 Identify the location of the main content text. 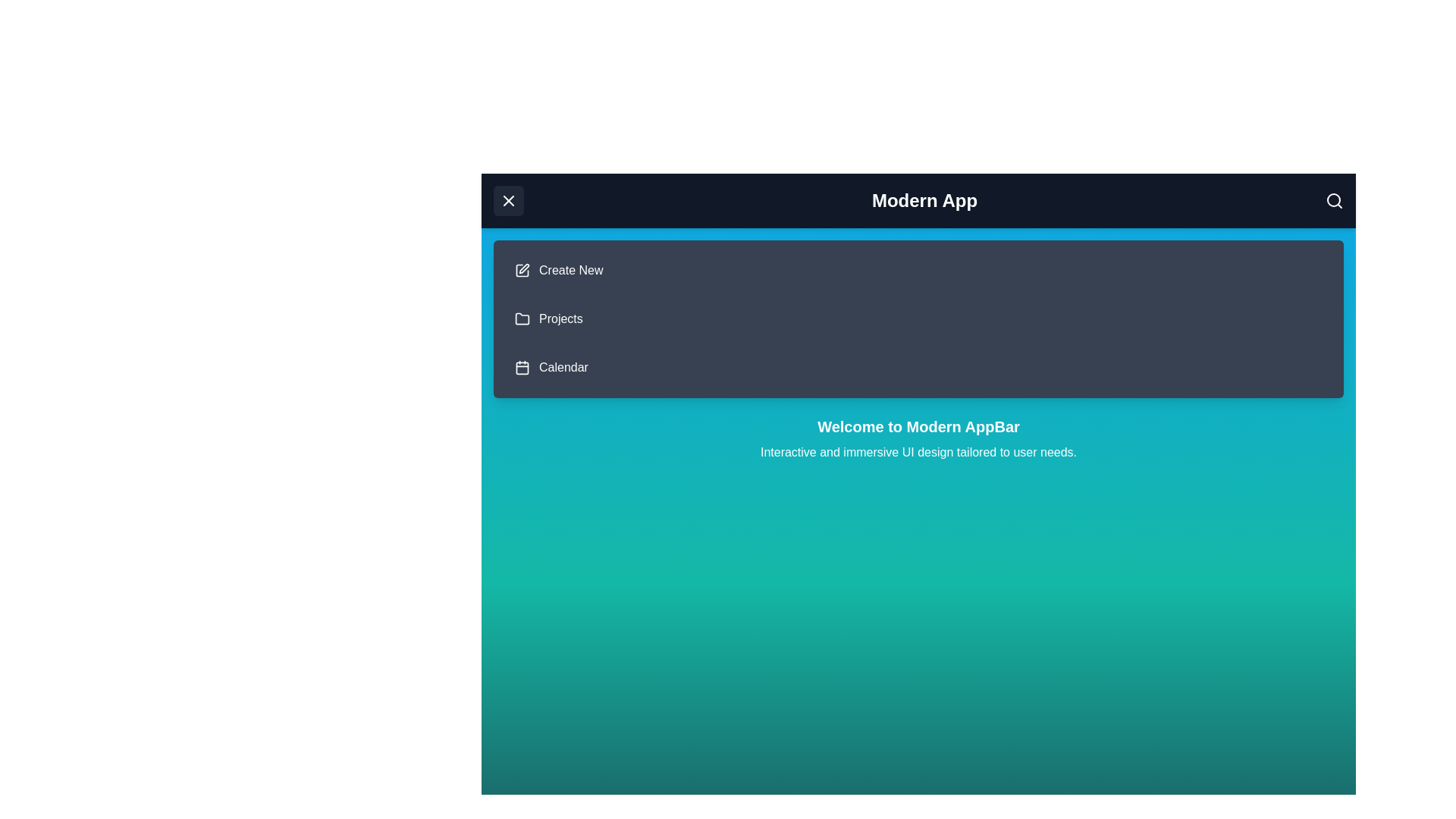
(918, 438).